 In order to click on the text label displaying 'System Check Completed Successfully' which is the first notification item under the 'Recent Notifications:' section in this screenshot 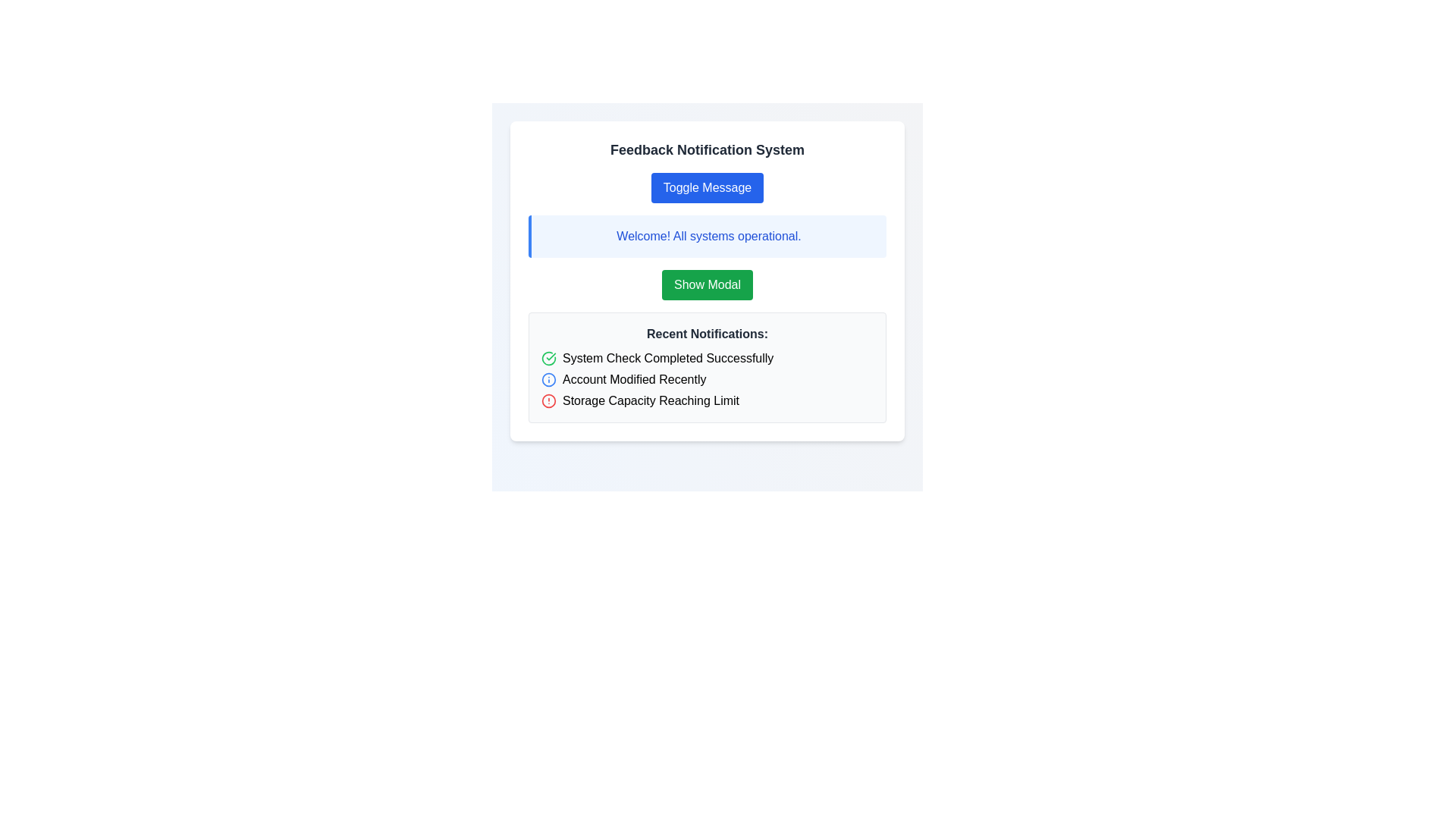, I will do `click(667, 359)`.